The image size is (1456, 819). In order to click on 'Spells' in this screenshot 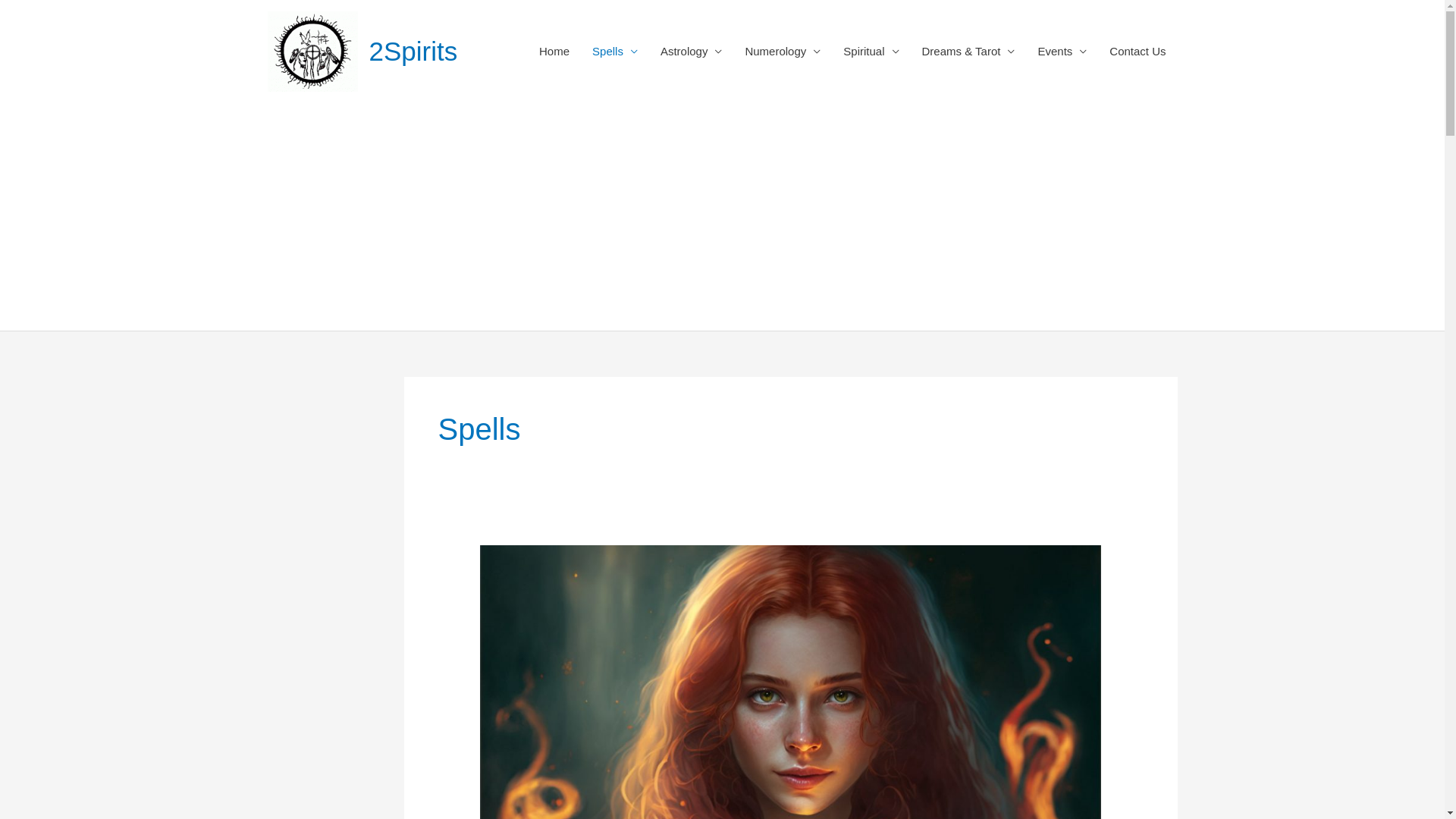, I will do `click(615, 51)`.